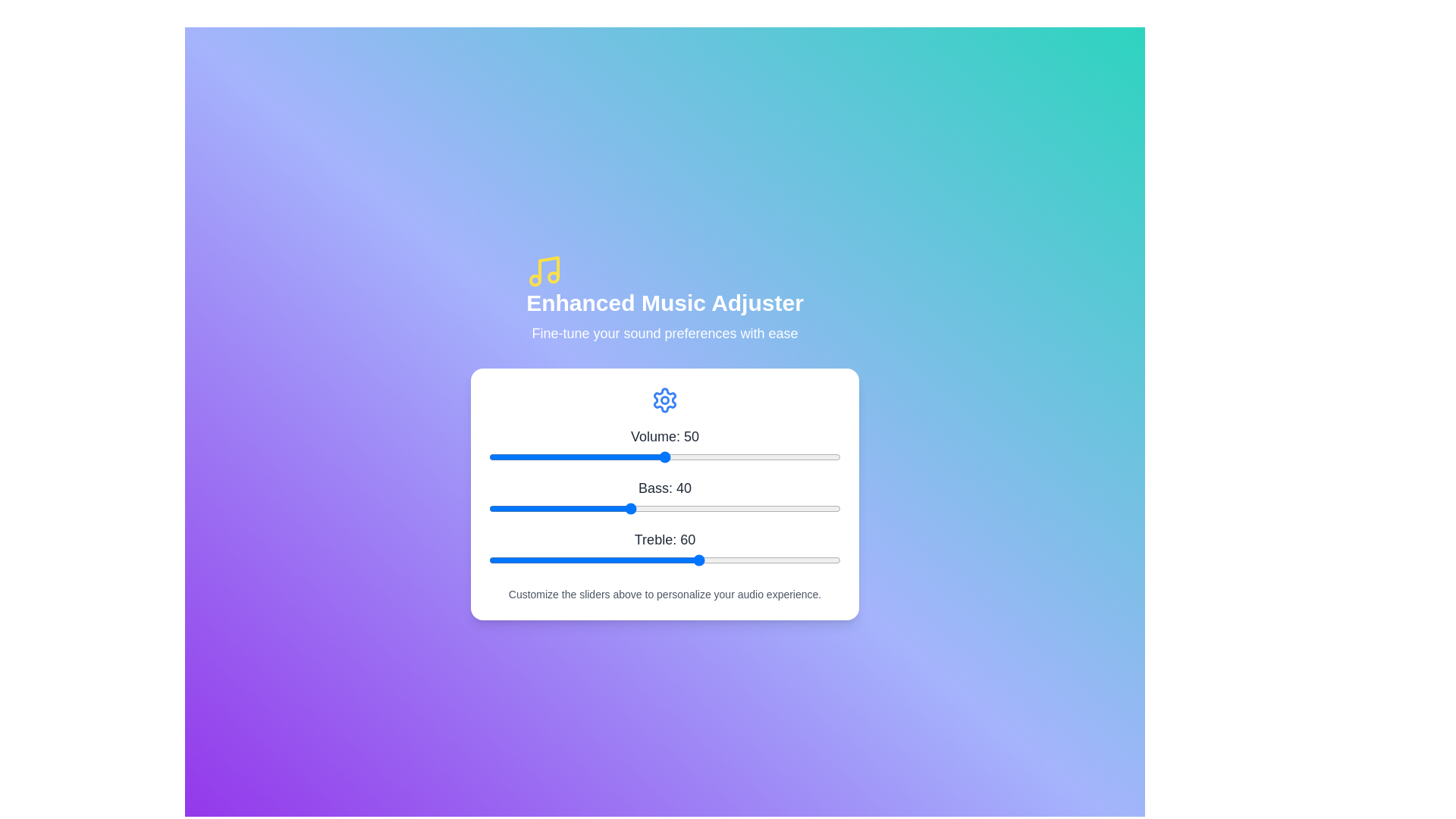  I want to click on the treble slider to 2, so click(496, 560).